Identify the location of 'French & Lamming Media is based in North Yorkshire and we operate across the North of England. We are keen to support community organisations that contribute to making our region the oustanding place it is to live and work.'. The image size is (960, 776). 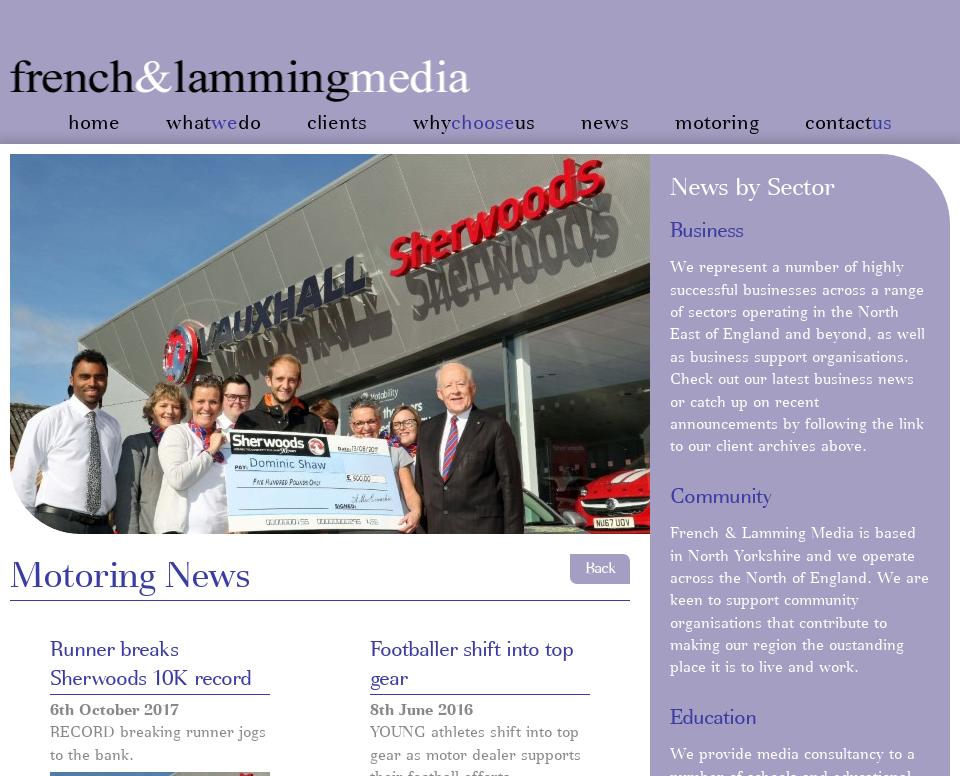
(669, 601).